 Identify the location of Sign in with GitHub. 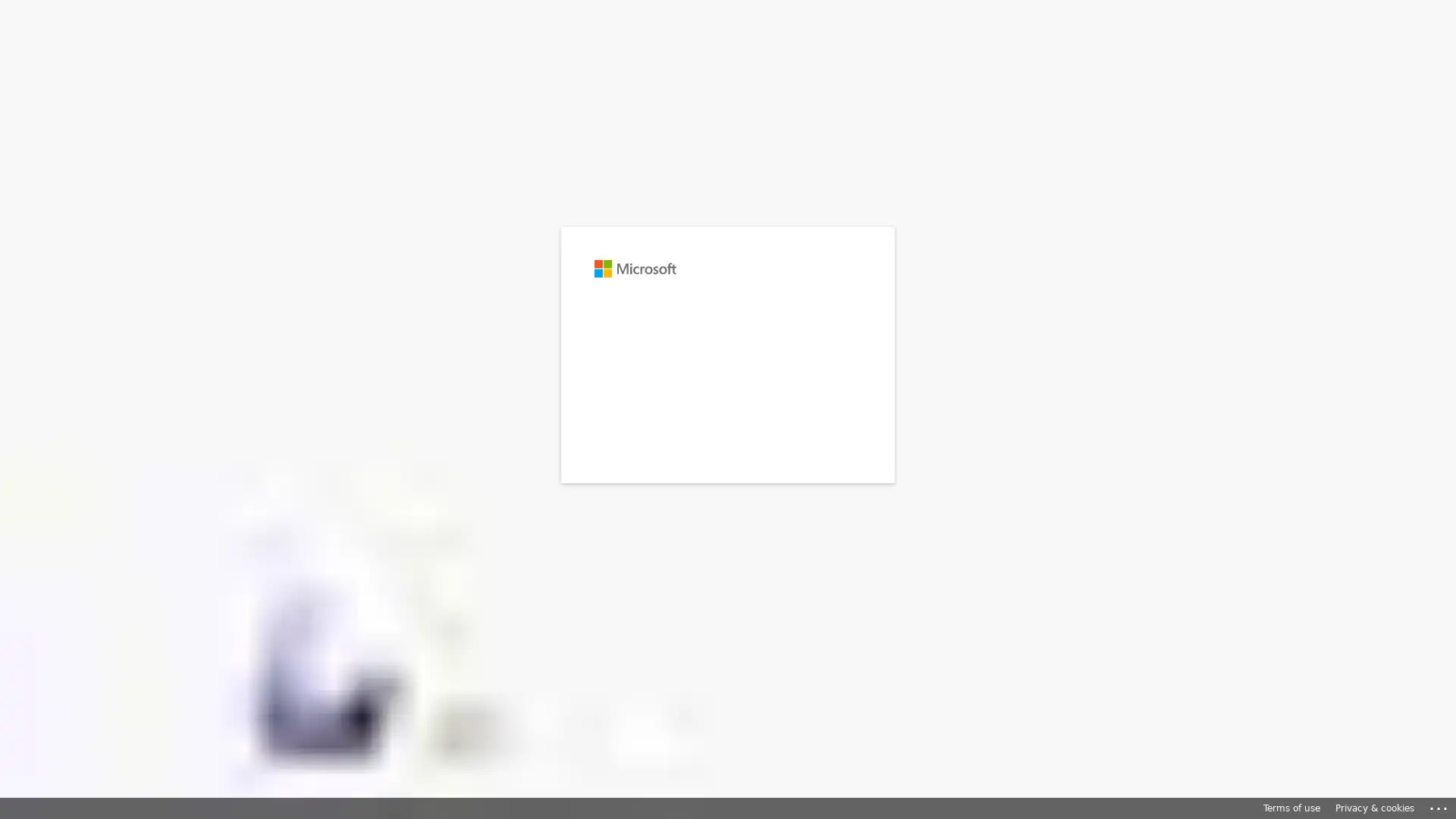
(728, 516).